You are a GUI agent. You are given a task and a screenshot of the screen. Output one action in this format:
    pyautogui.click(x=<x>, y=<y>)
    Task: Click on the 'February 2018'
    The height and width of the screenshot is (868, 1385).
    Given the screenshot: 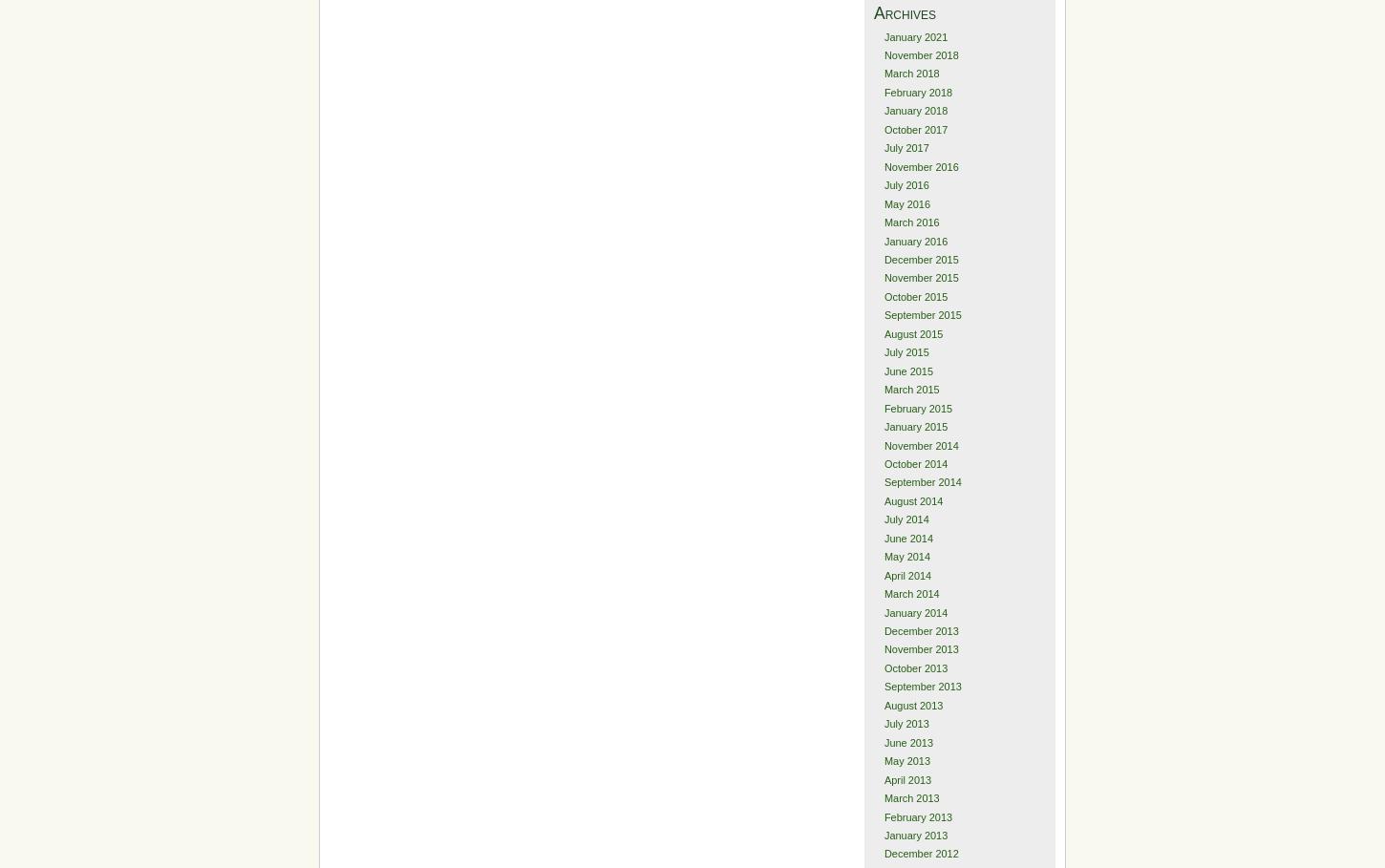 What is the action you would take?
    pyautogui.click(x=917, y=90)
    